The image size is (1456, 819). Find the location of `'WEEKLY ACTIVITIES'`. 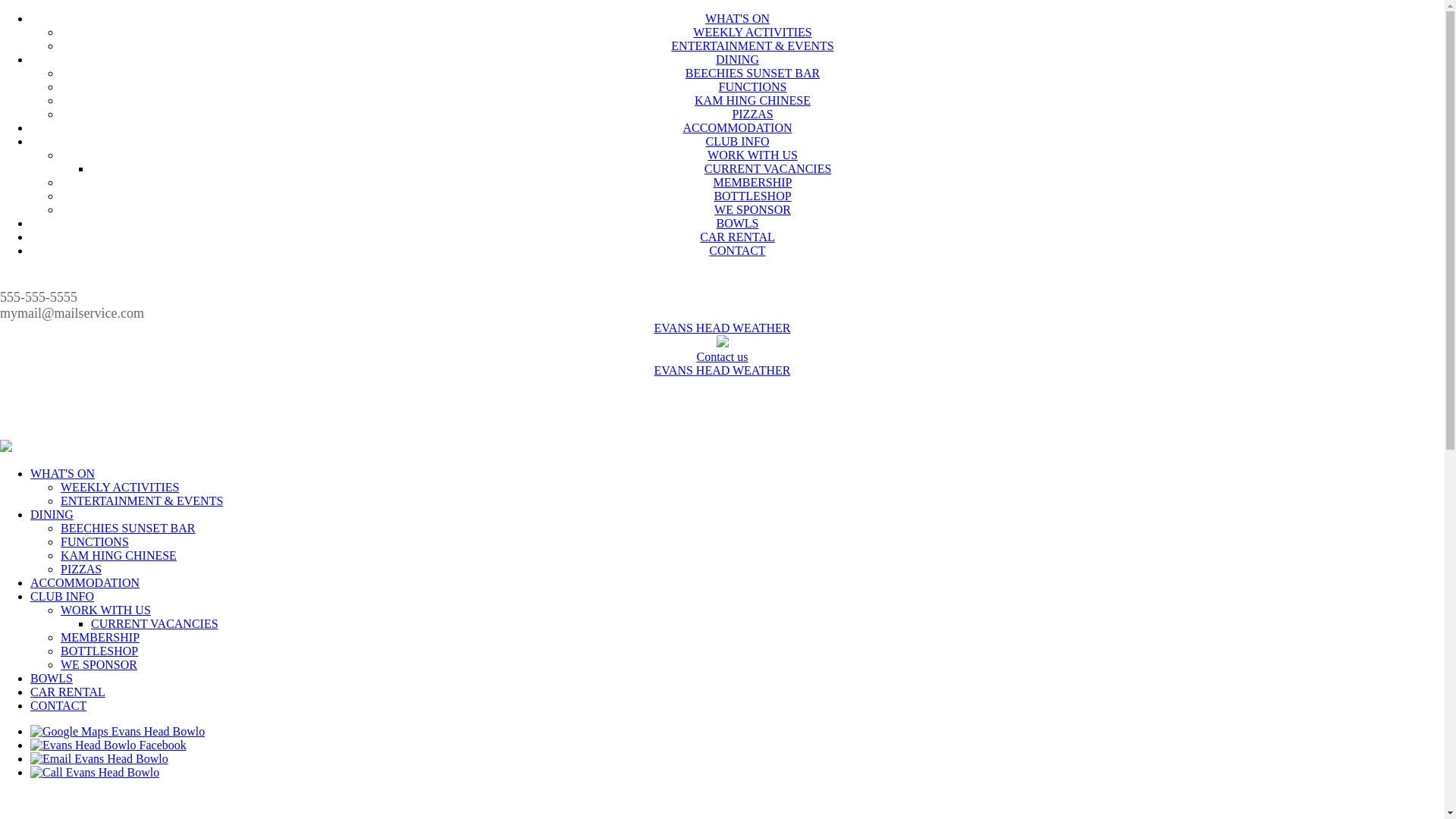

'WEEKLY ACTIVITIES' is located at coordinates (119, 487).